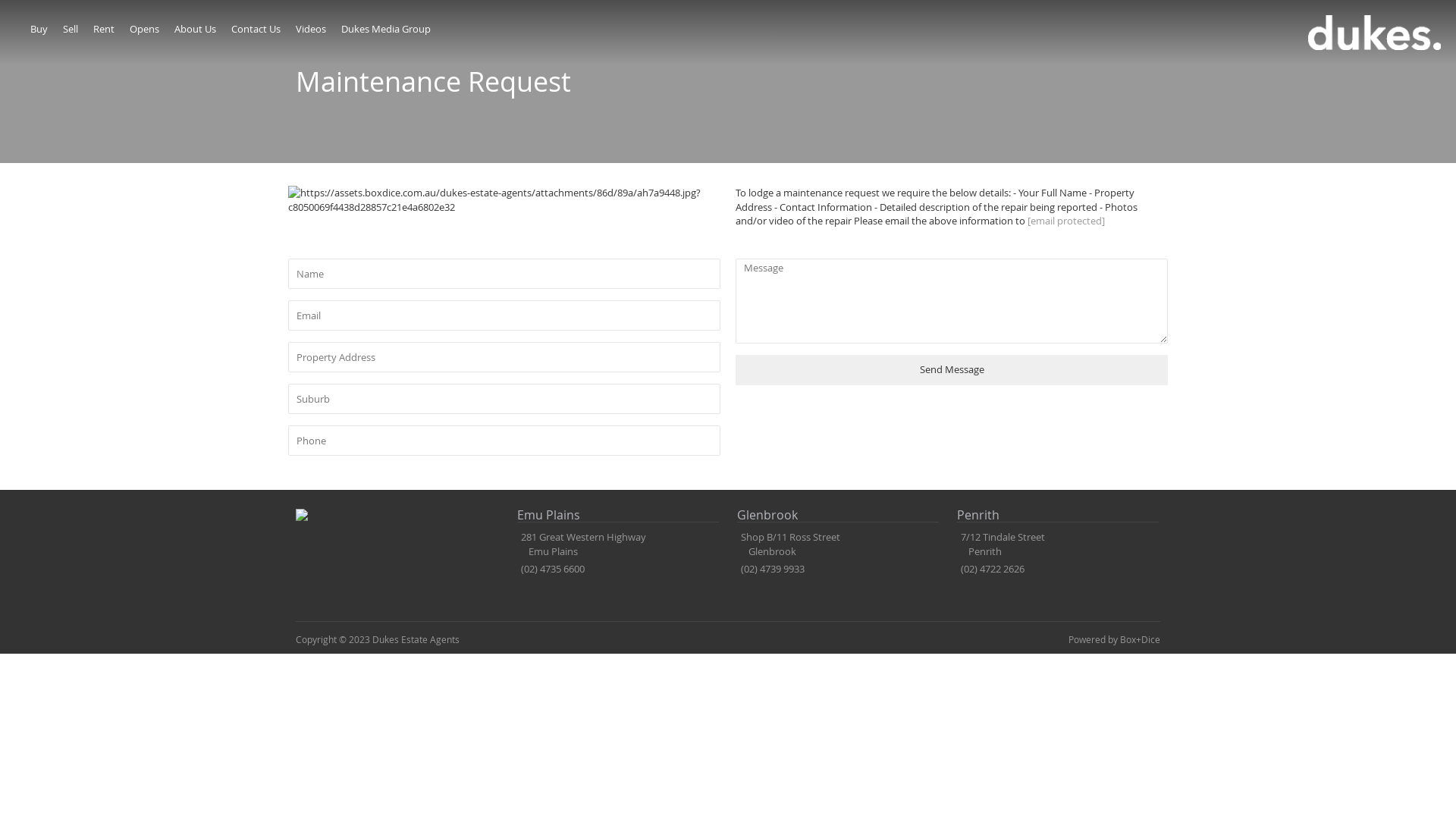 This screenshot has width=1456, height=819. What do you see at coordinates (736, 515) in the screenshot?
I see `'Glenbrook'` at bounding box center [736, 515].